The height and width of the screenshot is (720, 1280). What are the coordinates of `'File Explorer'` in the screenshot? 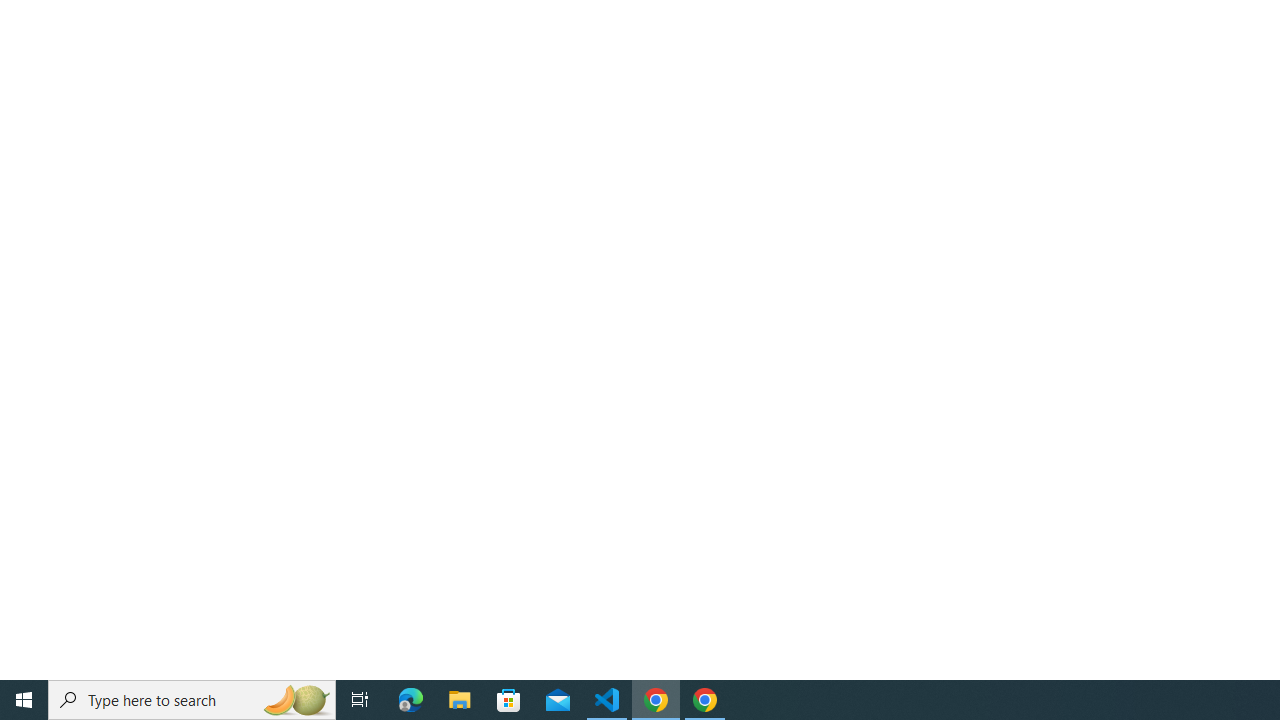 It's located at (459, 698).